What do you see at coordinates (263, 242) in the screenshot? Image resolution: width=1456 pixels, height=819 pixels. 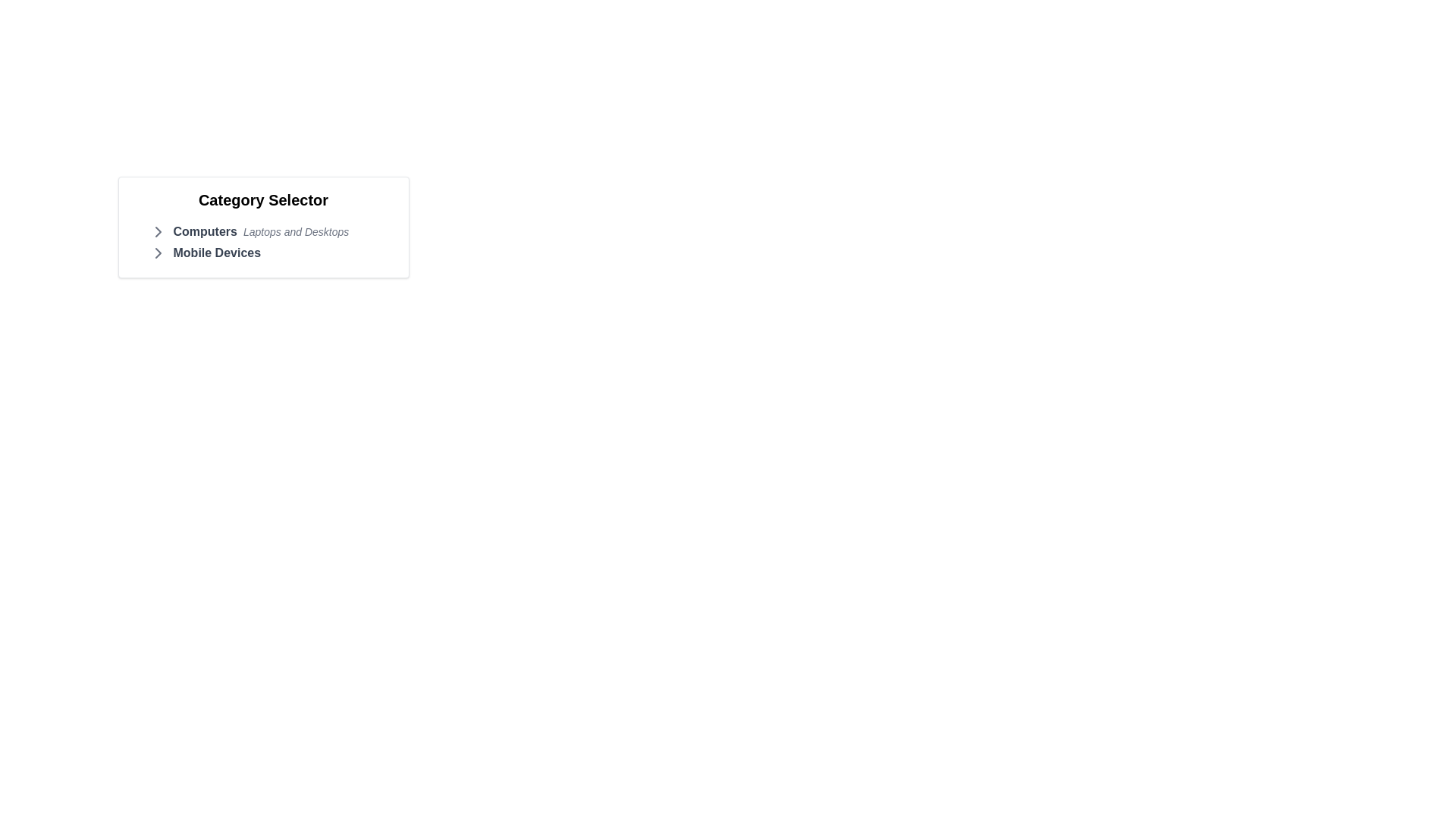 I see `the sub-elements of the 'Category Selector' list, specifically targeting the nested items for 'Computers' and 'Mobile Devices' for navigation` at bounding box center [263, 242].